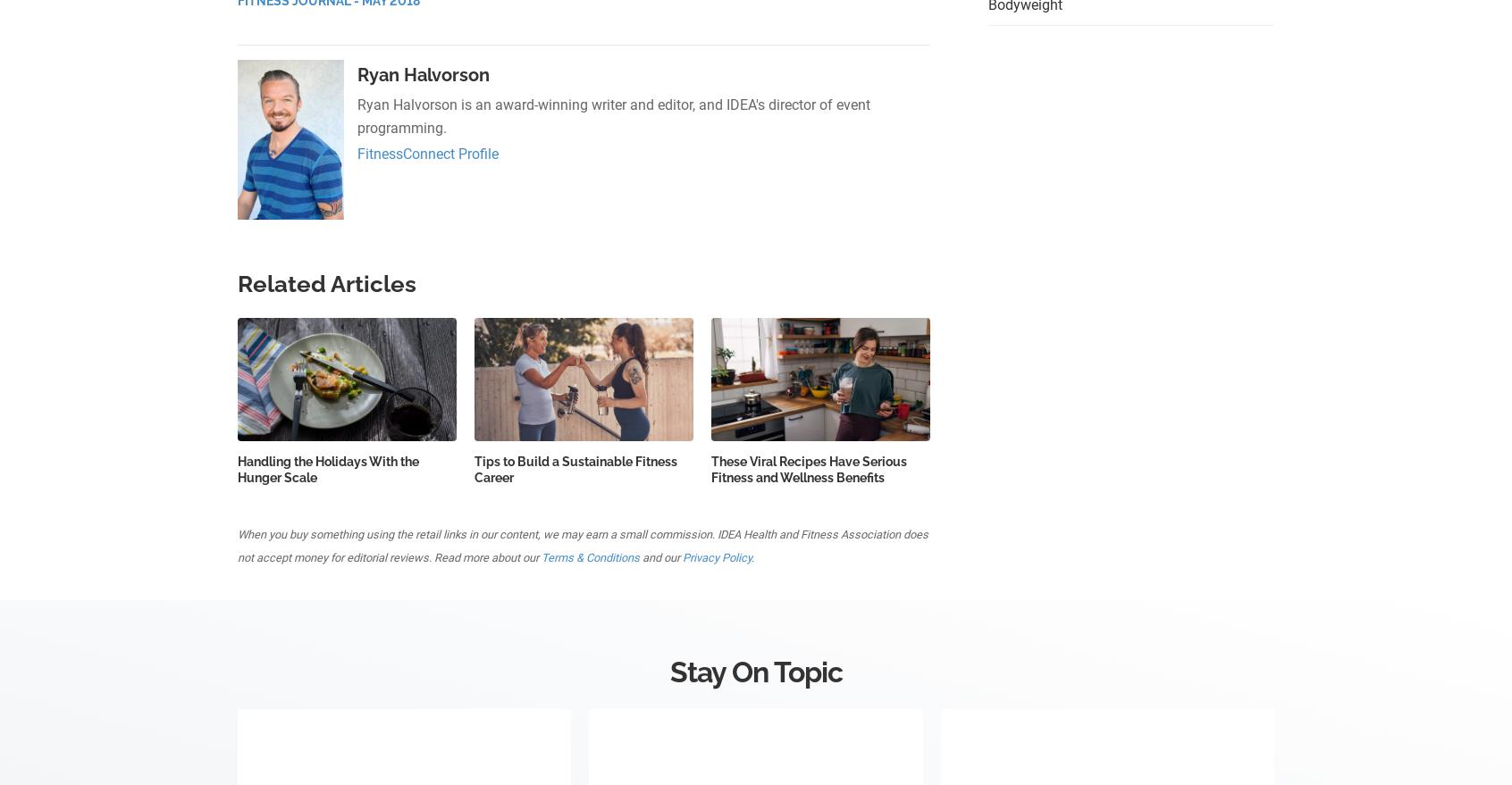  Describe the element at coordinates (591, 556) in the screenshot. I see `'Terms & Conditions'` at that location.